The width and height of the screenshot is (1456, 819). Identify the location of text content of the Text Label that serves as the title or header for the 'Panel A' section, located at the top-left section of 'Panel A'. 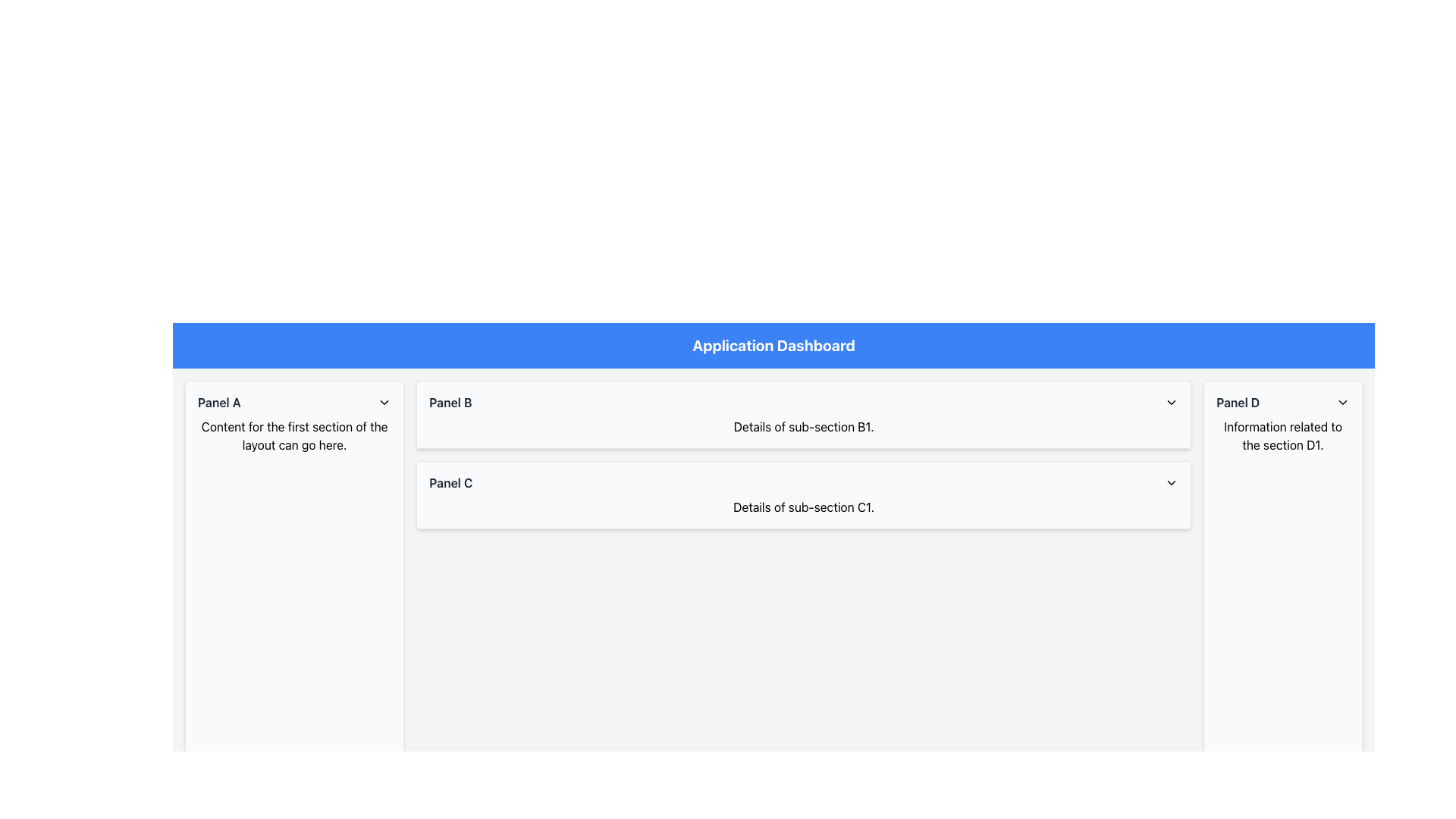
(218, 402).